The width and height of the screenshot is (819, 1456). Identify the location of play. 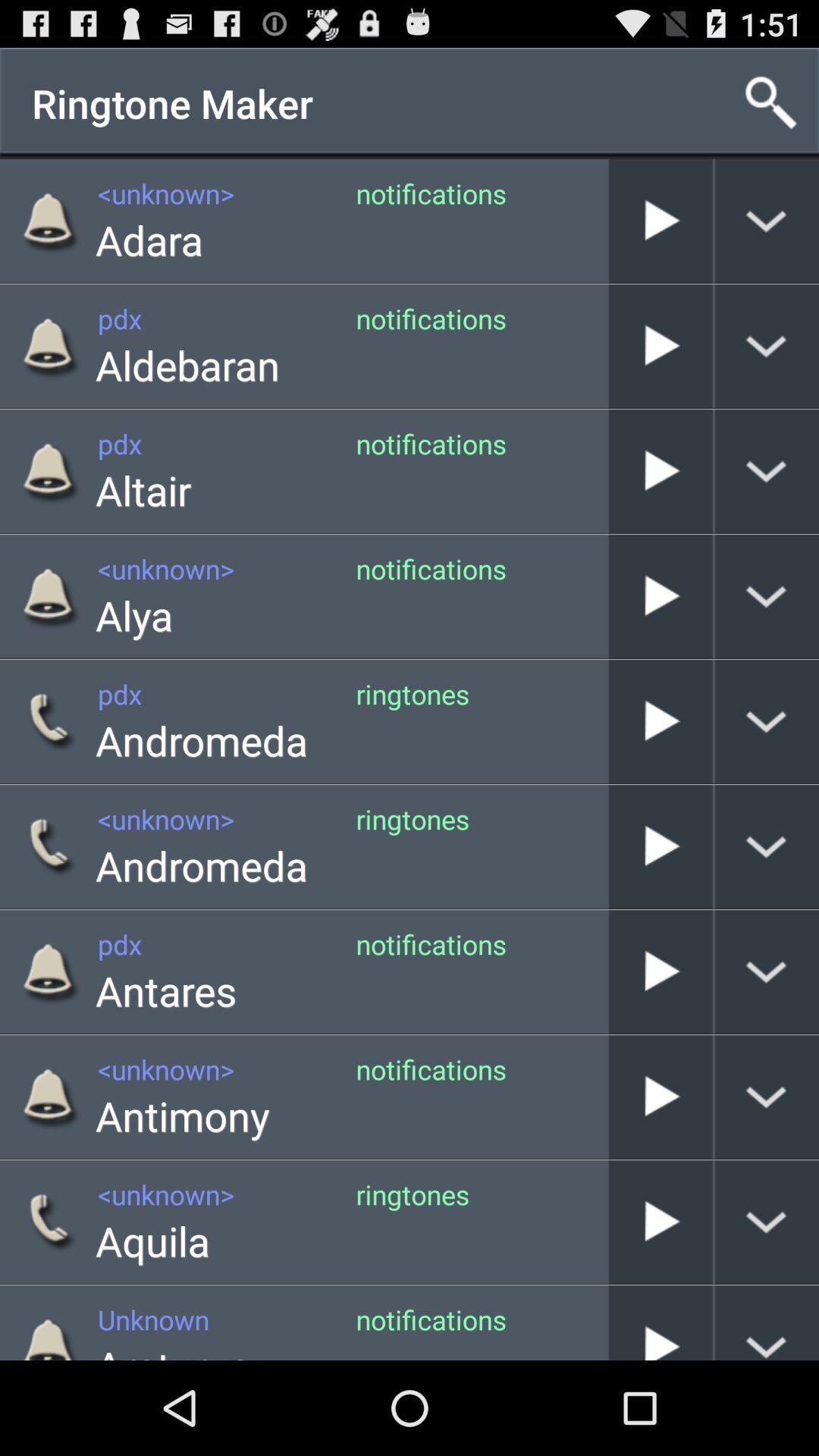
(660, 971).